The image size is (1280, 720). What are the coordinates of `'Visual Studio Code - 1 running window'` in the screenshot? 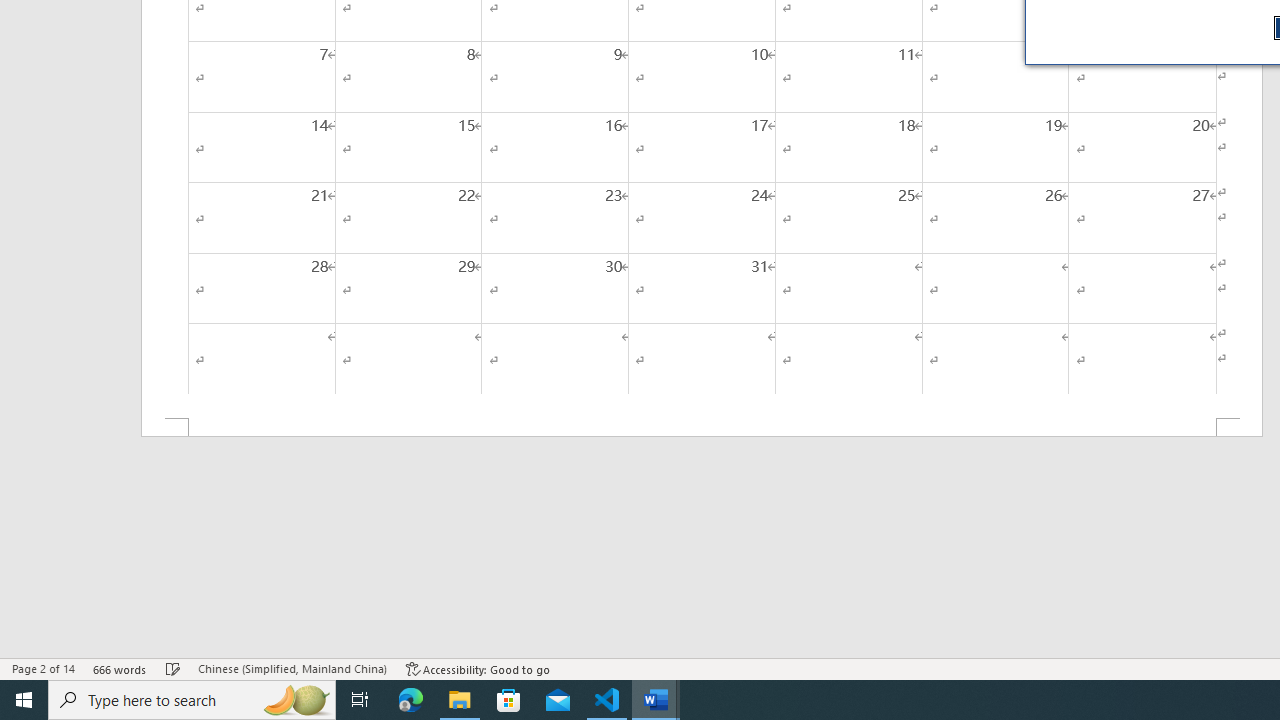 It's located at (606, 698).